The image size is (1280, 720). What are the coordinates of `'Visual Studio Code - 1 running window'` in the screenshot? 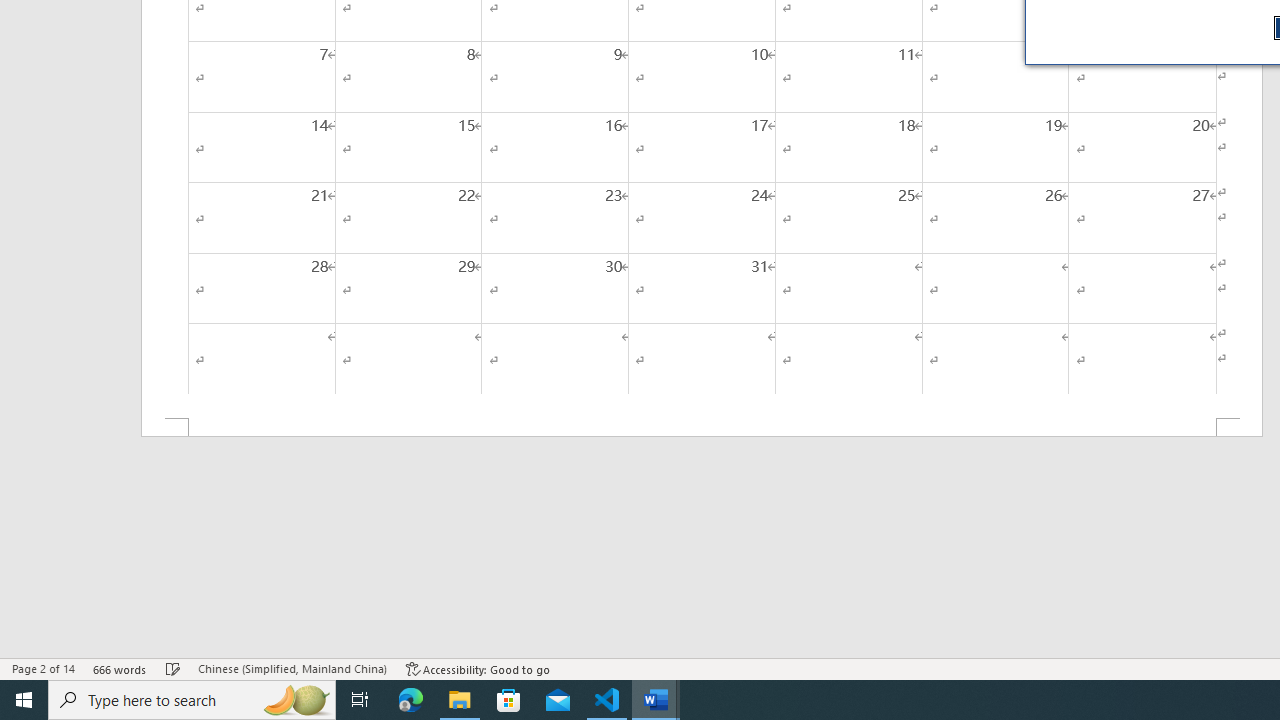 It's located at (606, 698).